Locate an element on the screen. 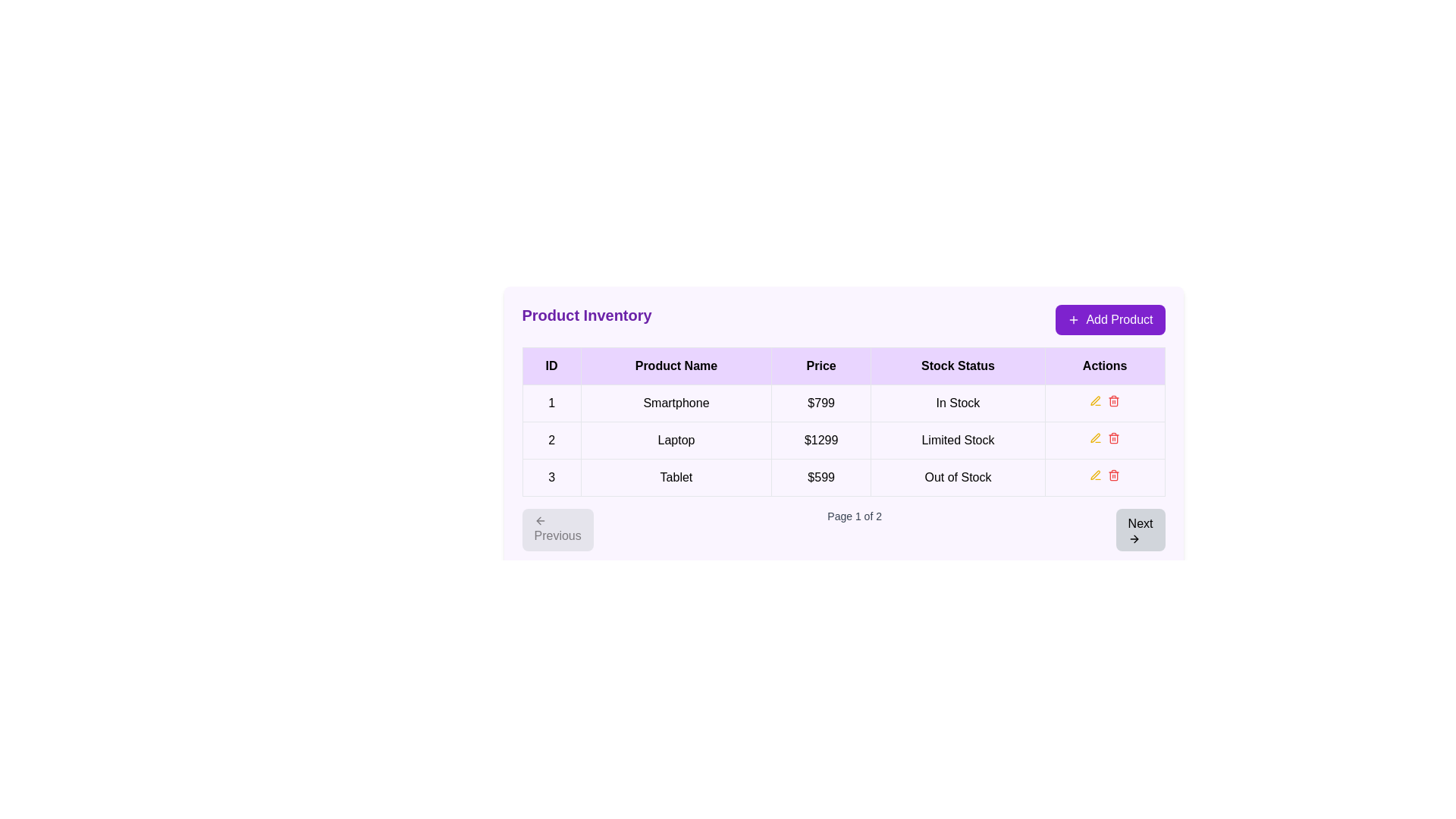  the delete button for the 'Laptop' entry in the Actions column is located at coordinates (1114, 438).